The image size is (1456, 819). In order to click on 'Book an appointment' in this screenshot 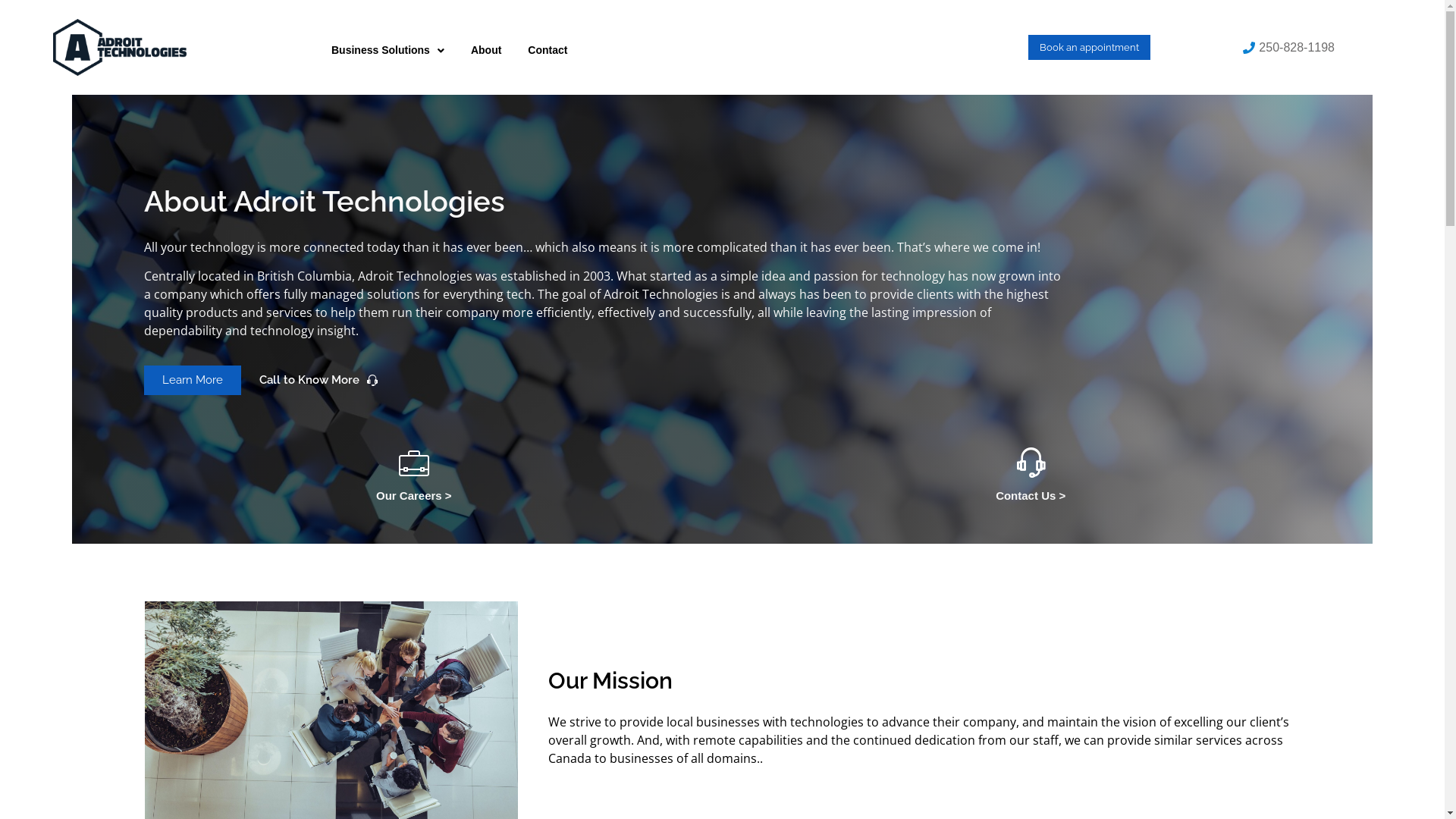, I will do `click(1088, 46)`.